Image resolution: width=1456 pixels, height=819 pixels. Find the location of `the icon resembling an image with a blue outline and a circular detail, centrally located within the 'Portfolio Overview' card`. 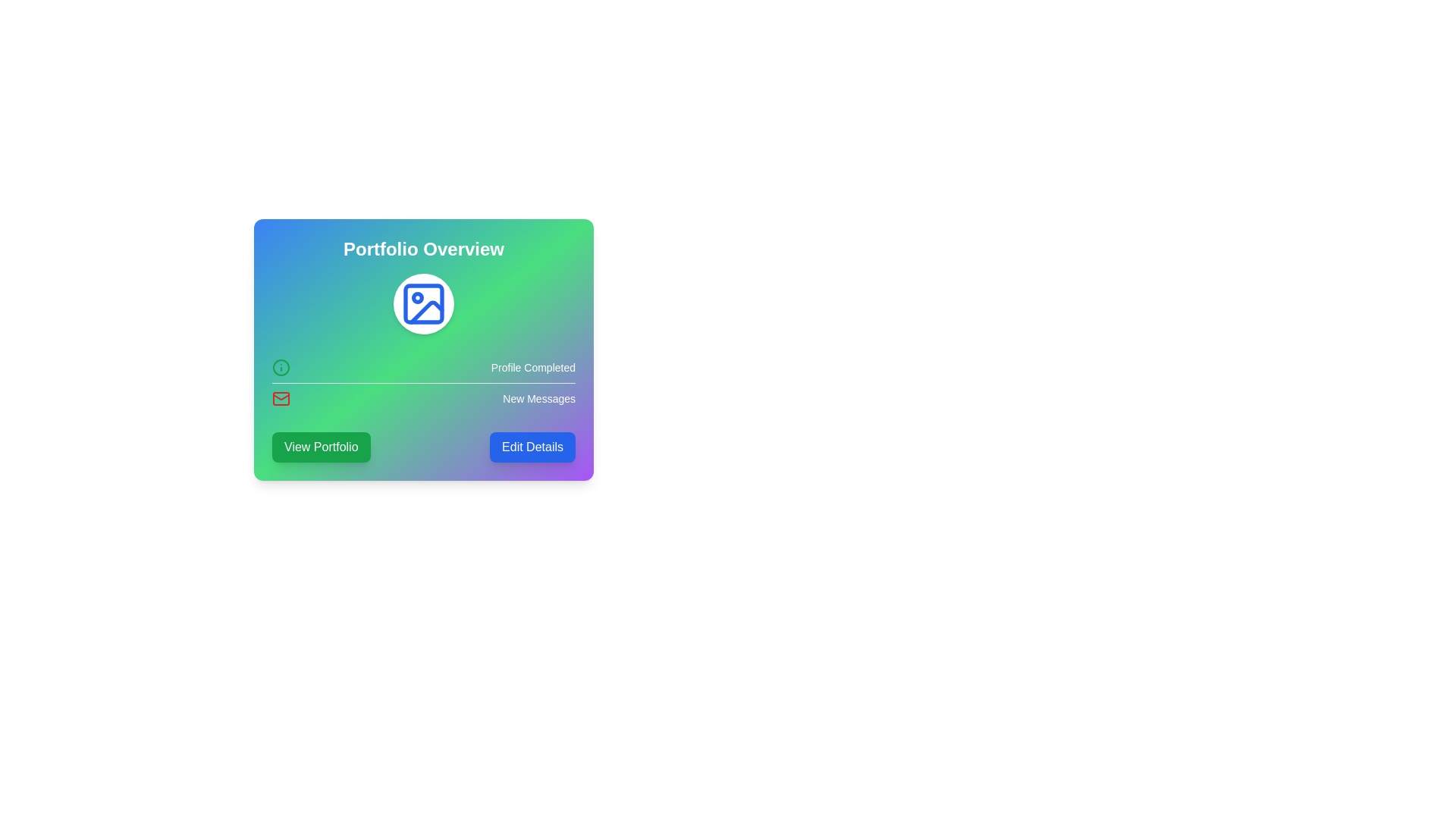

the icon resembling an image with a blue outline and a circular detail, centrally located within the 'Portfolio Overview' card is located at coordinates (423, 304).